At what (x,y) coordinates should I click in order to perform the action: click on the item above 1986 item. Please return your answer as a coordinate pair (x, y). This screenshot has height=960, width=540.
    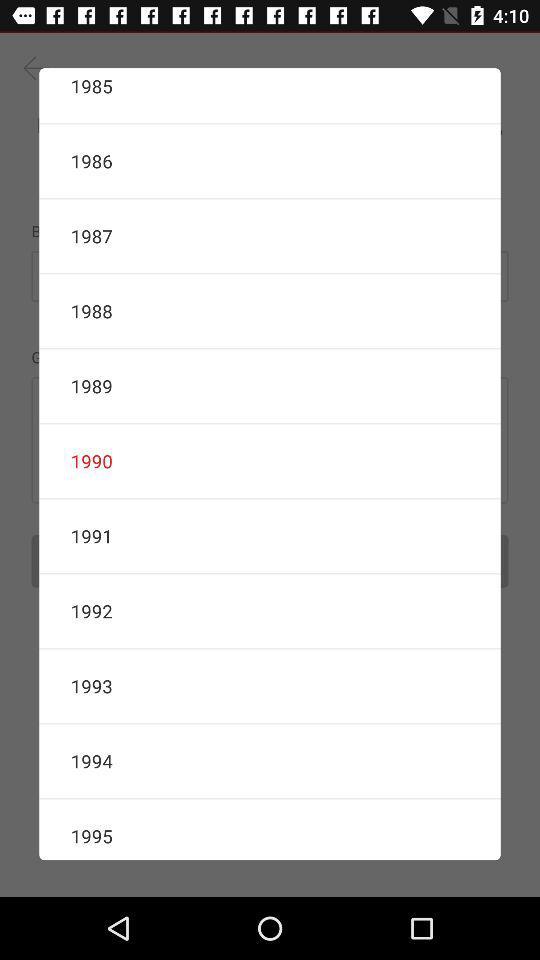
    Looking at the image, I should click on (270, 95).